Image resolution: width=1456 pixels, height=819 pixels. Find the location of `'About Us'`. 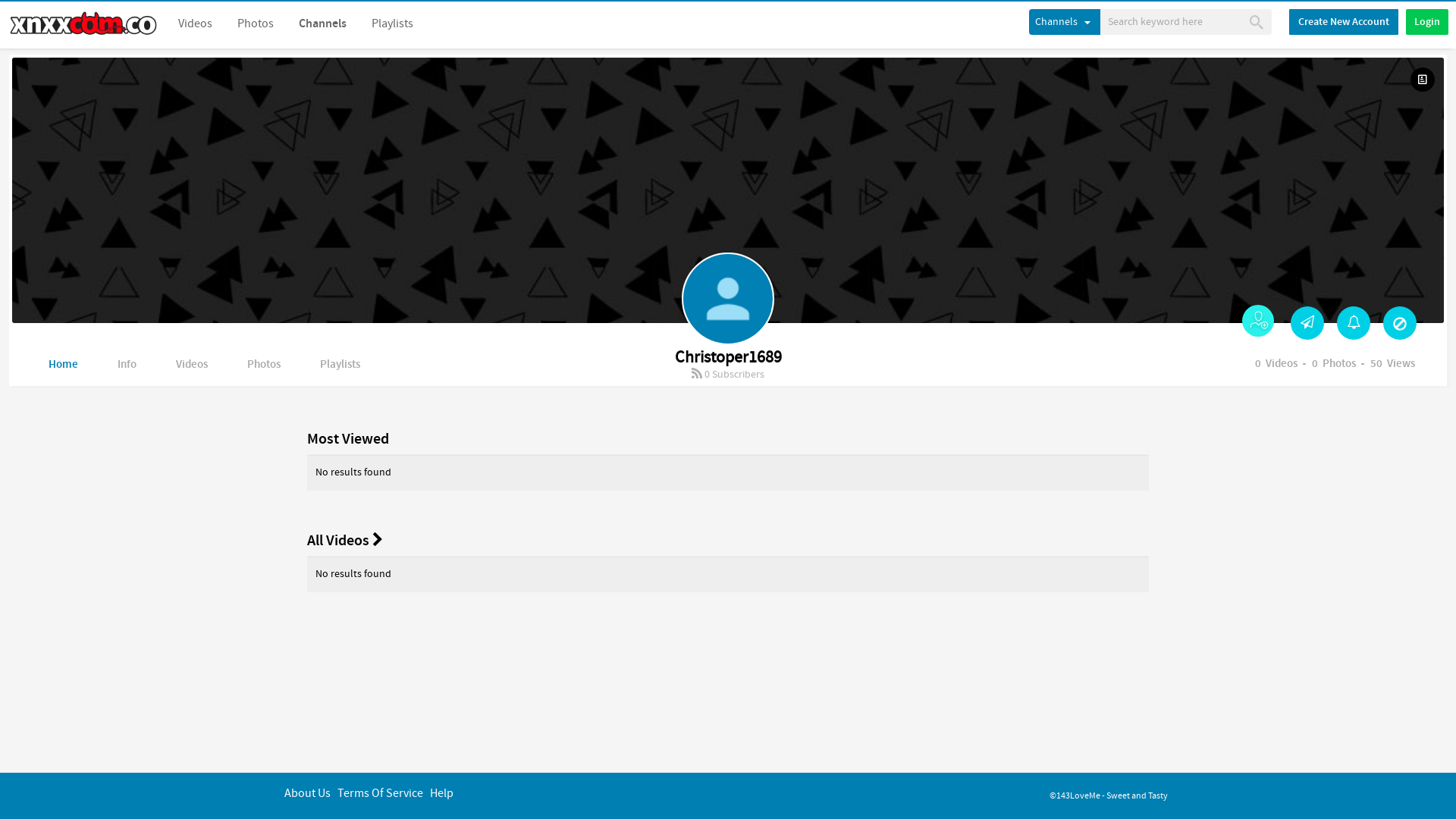

'About Us' is located at coordinates (306, 792).